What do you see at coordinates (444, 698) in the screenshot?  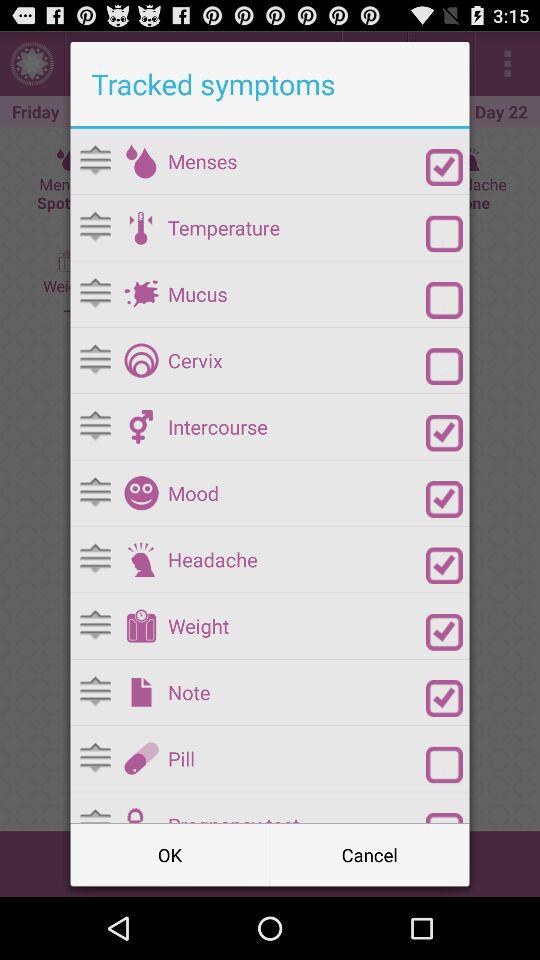 I see `note option` at bounding box center [444, 698].